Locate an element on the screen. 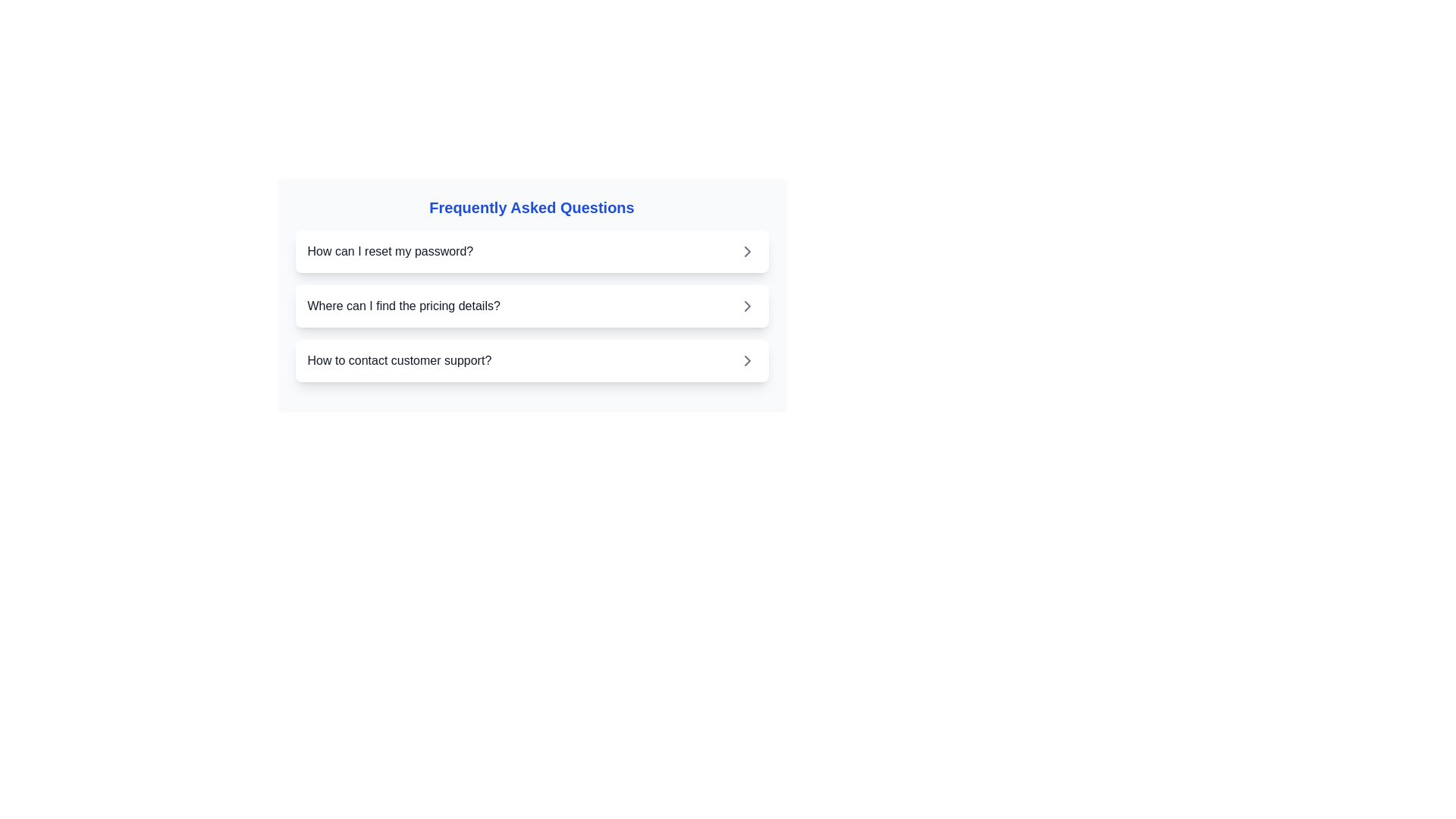  the Chevron icon is located at coordinates (747, 360).